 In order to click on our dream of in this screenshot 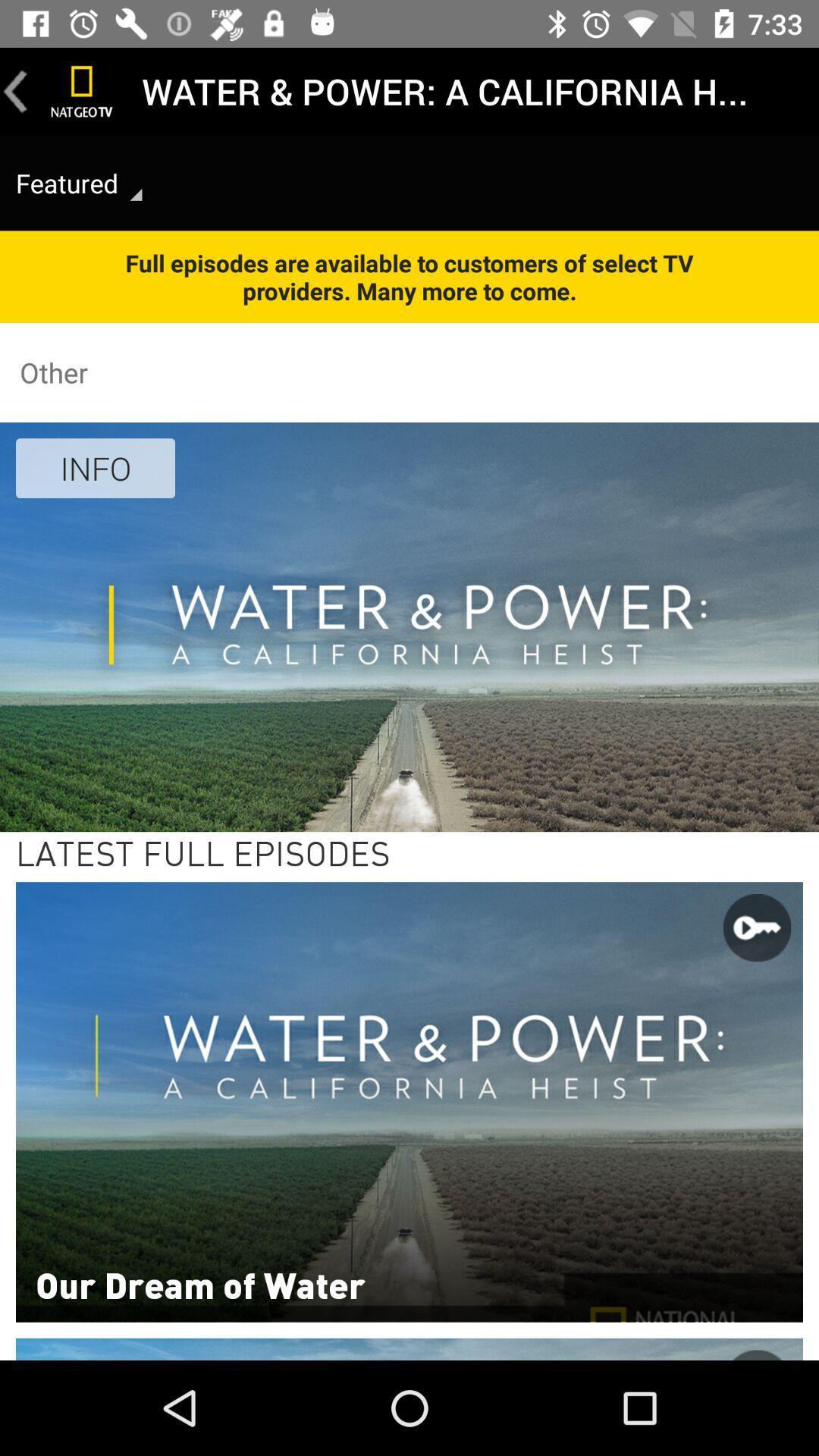, I will do `click(199, 1283)`.